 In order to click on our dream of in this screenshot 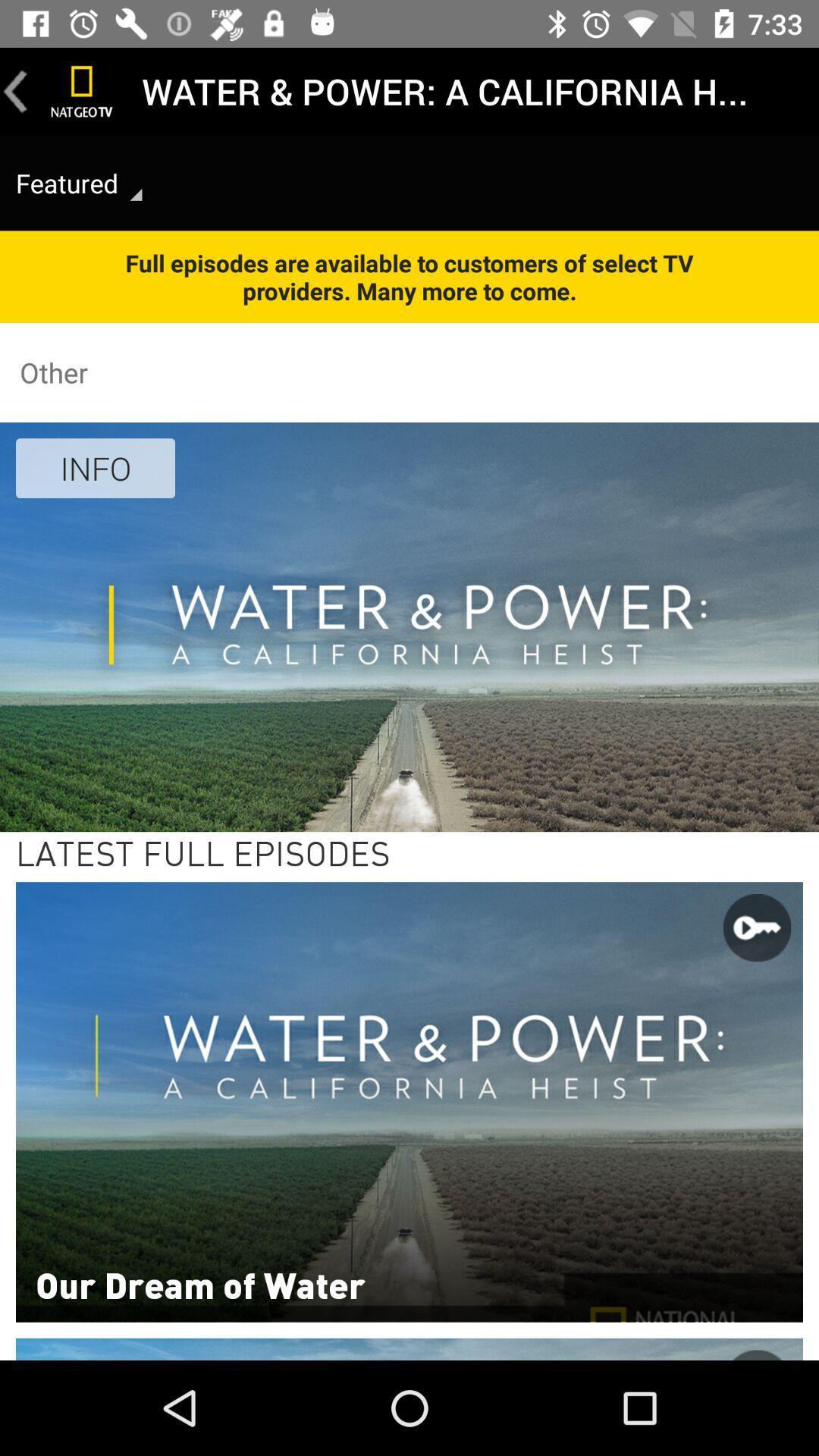, I will do `click(199, 1283)`.